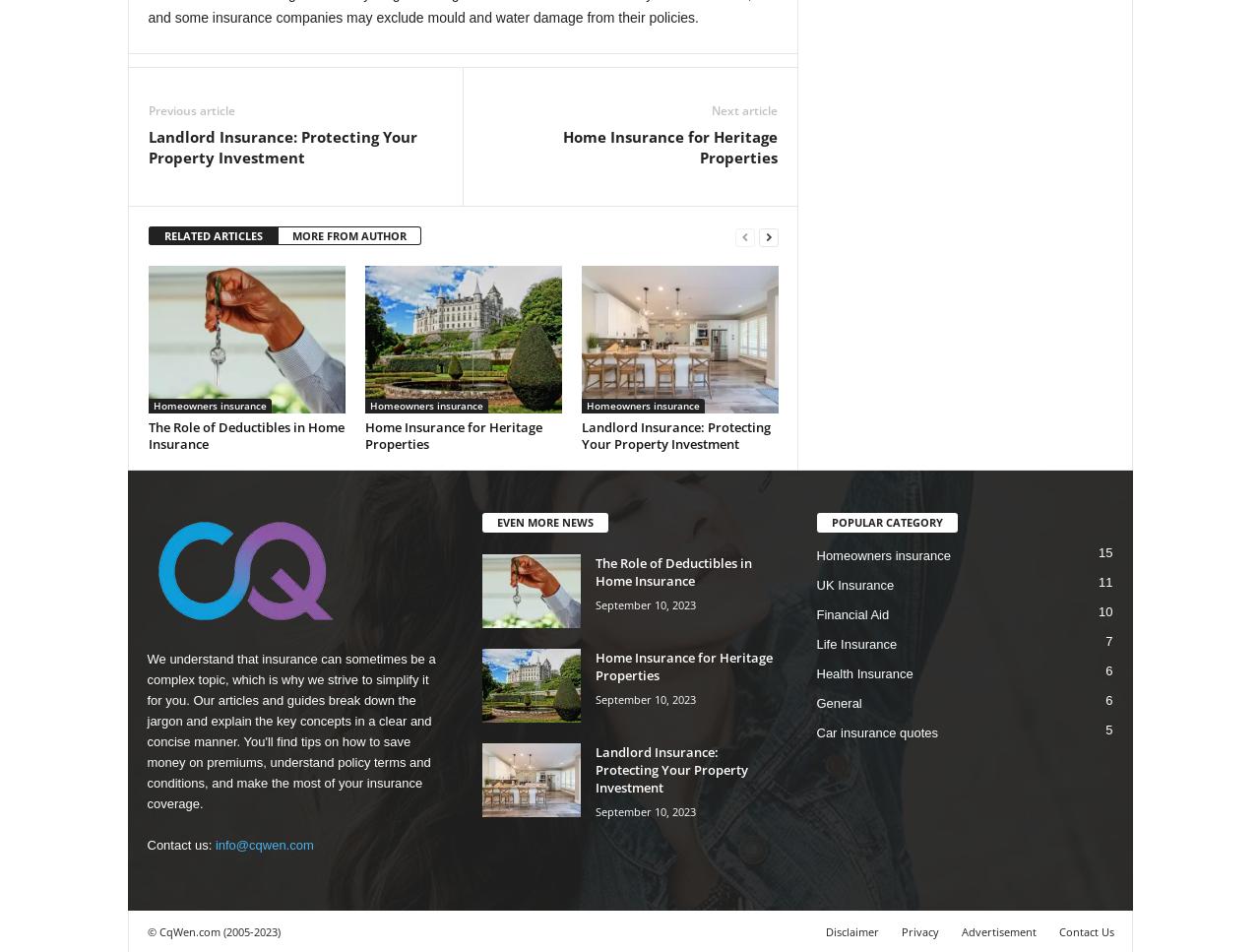 The image size is (1260, 952). Describe the element at coordinates (263, 844) in the screenshot. I see `'info@cqwen.com'` at that location.